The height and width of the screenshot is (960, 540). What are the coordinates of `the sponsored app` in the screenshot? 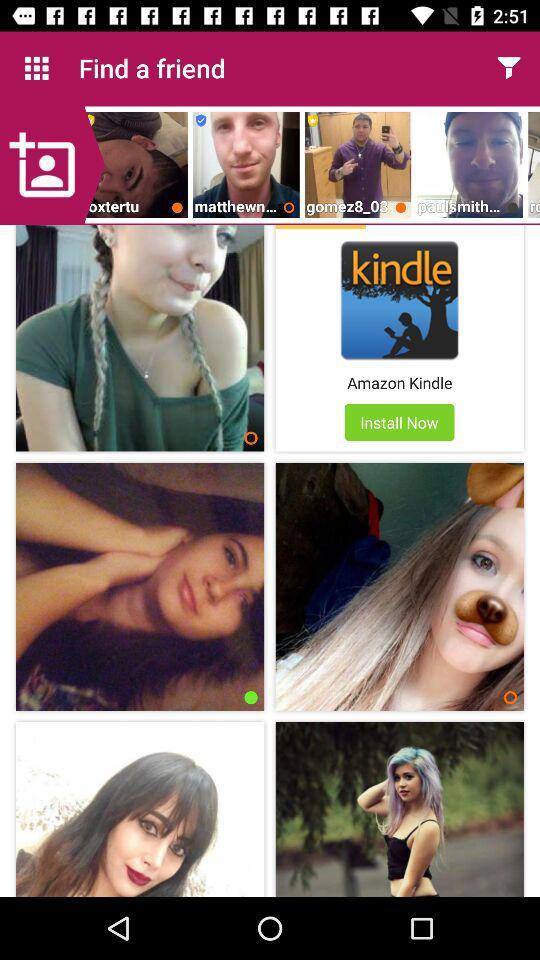 It's located at (320, 227).